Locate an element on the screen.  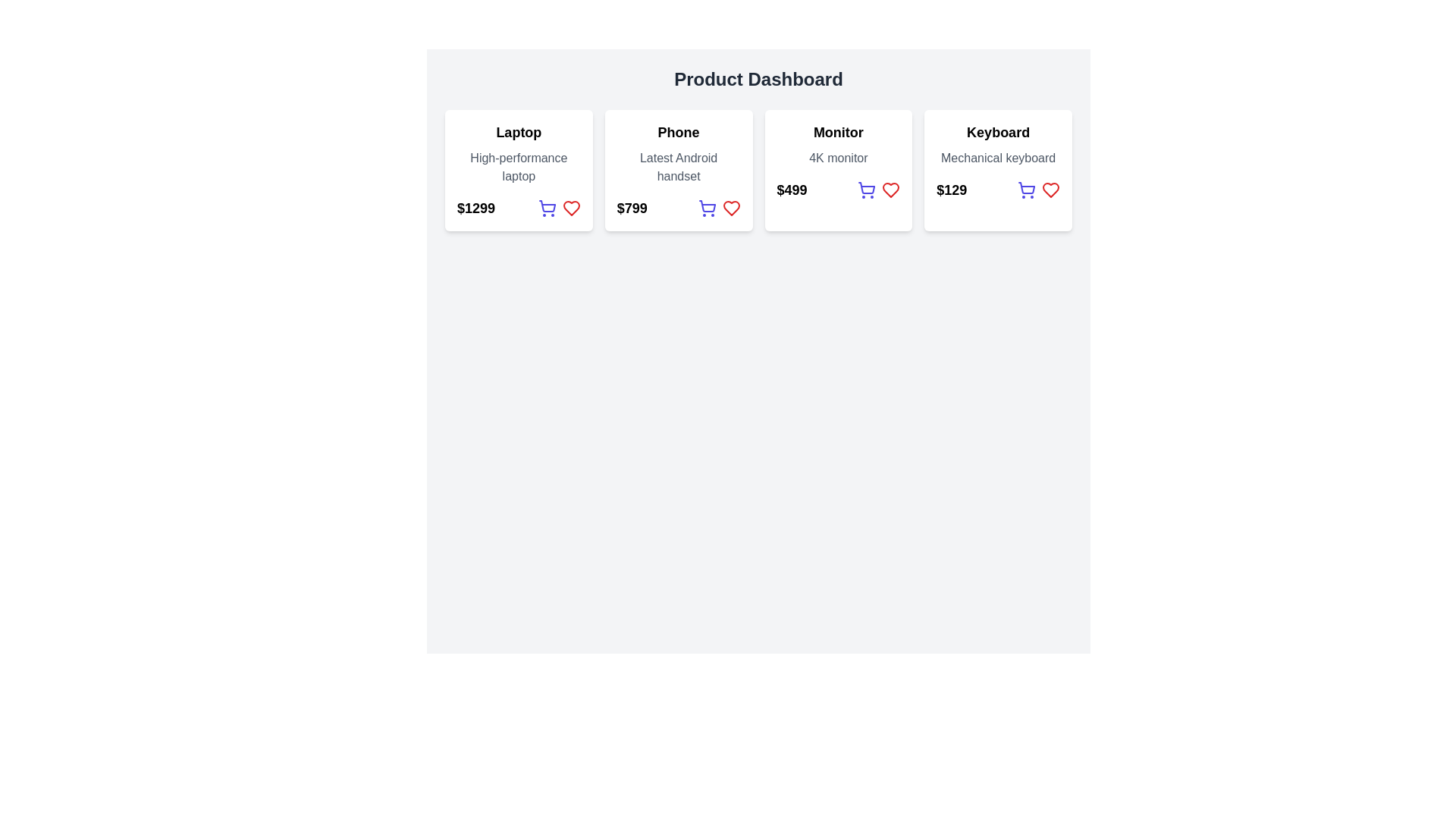
the button located in the top-right corner of the 'Monitor' product card is located at coordinates (867, 189).